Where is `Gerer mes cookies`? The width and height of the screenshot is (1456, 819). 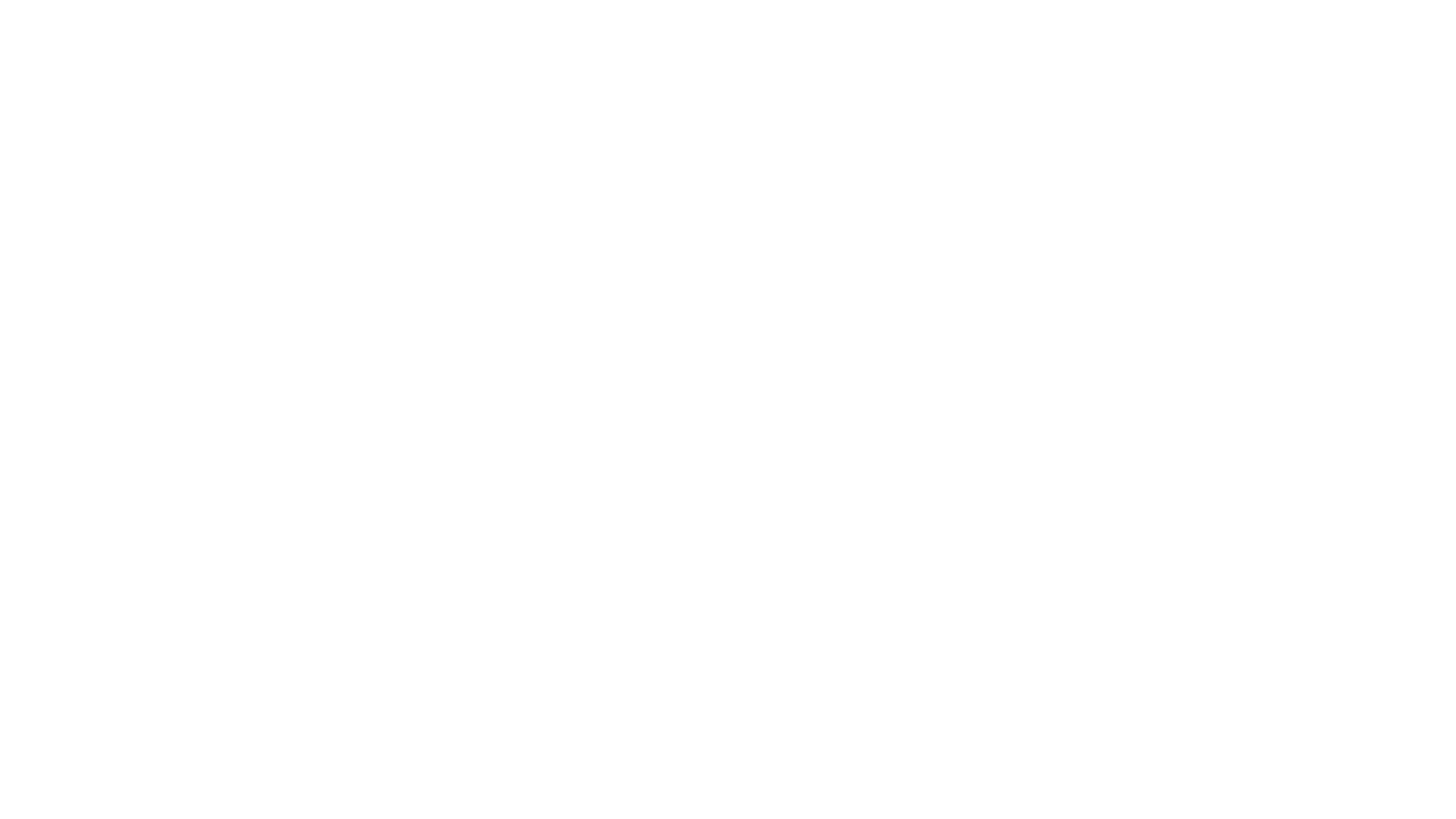
Gerer mes cookies is located at coordinates (956, 259).